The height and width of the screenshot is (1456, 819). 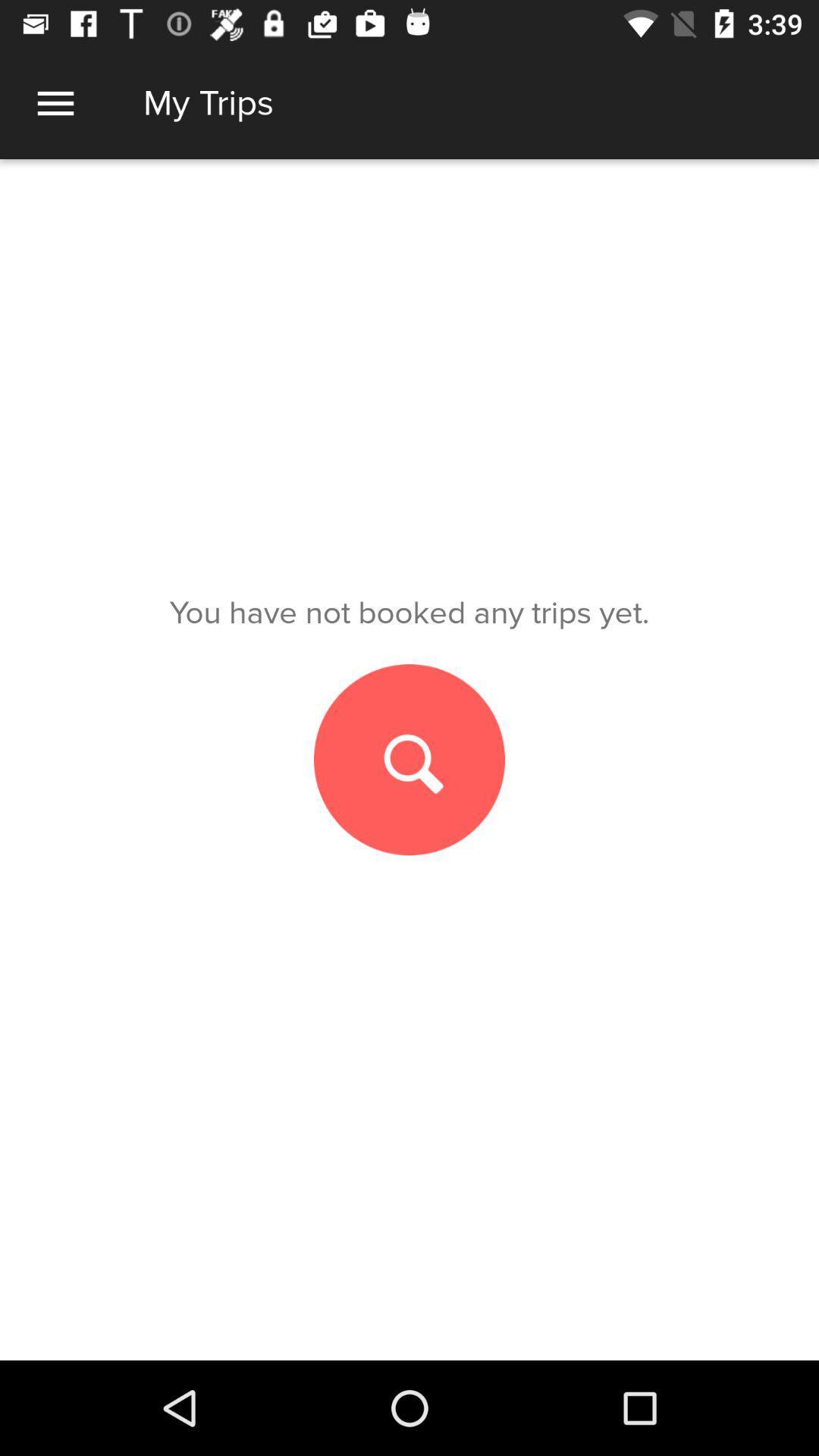 What do you see at coordinates (55, 102) in the screenshot?
I see `extract menu` at bounding box center [55, 102].